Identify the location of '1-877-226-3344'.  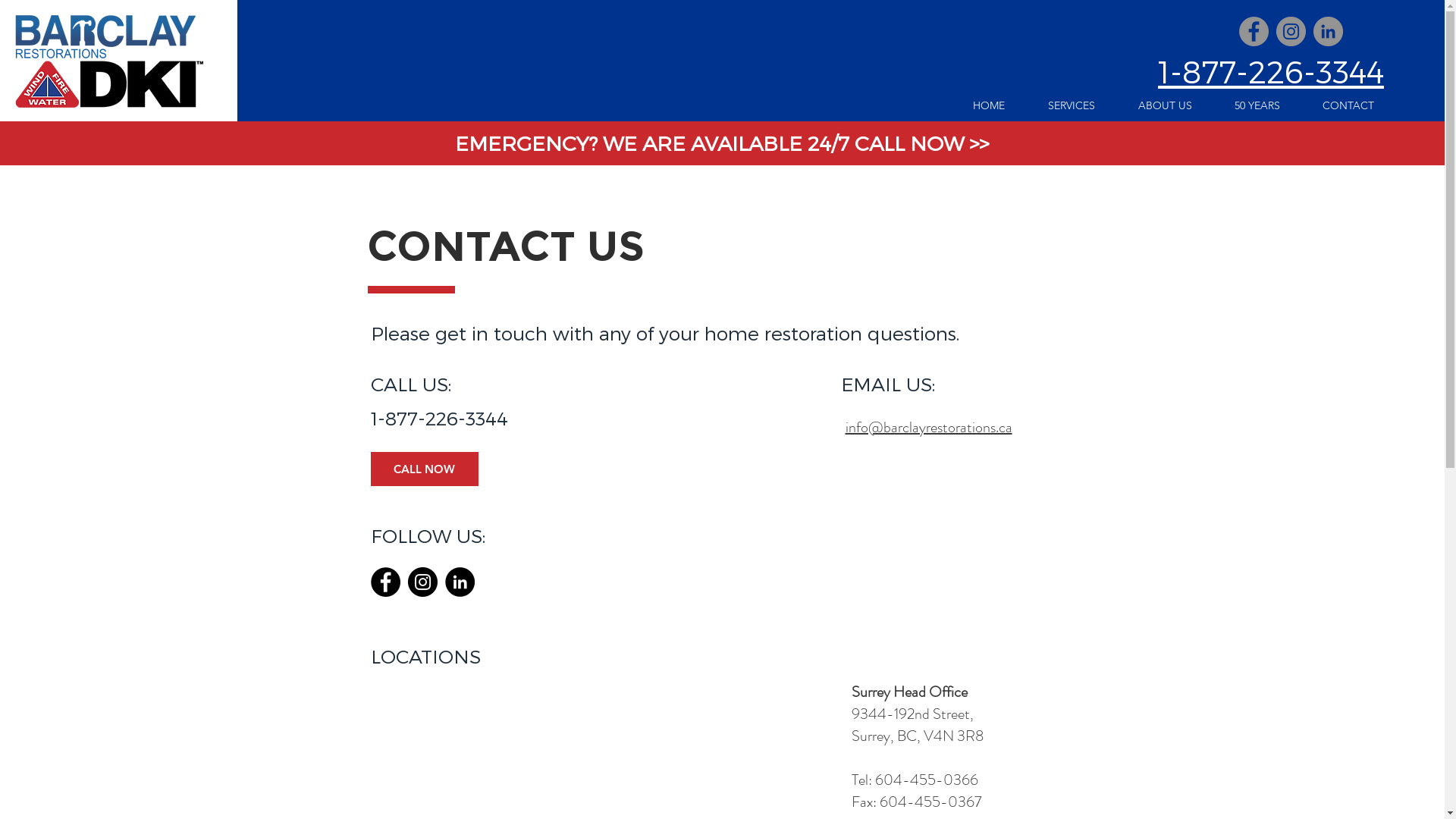
(1270, 71).